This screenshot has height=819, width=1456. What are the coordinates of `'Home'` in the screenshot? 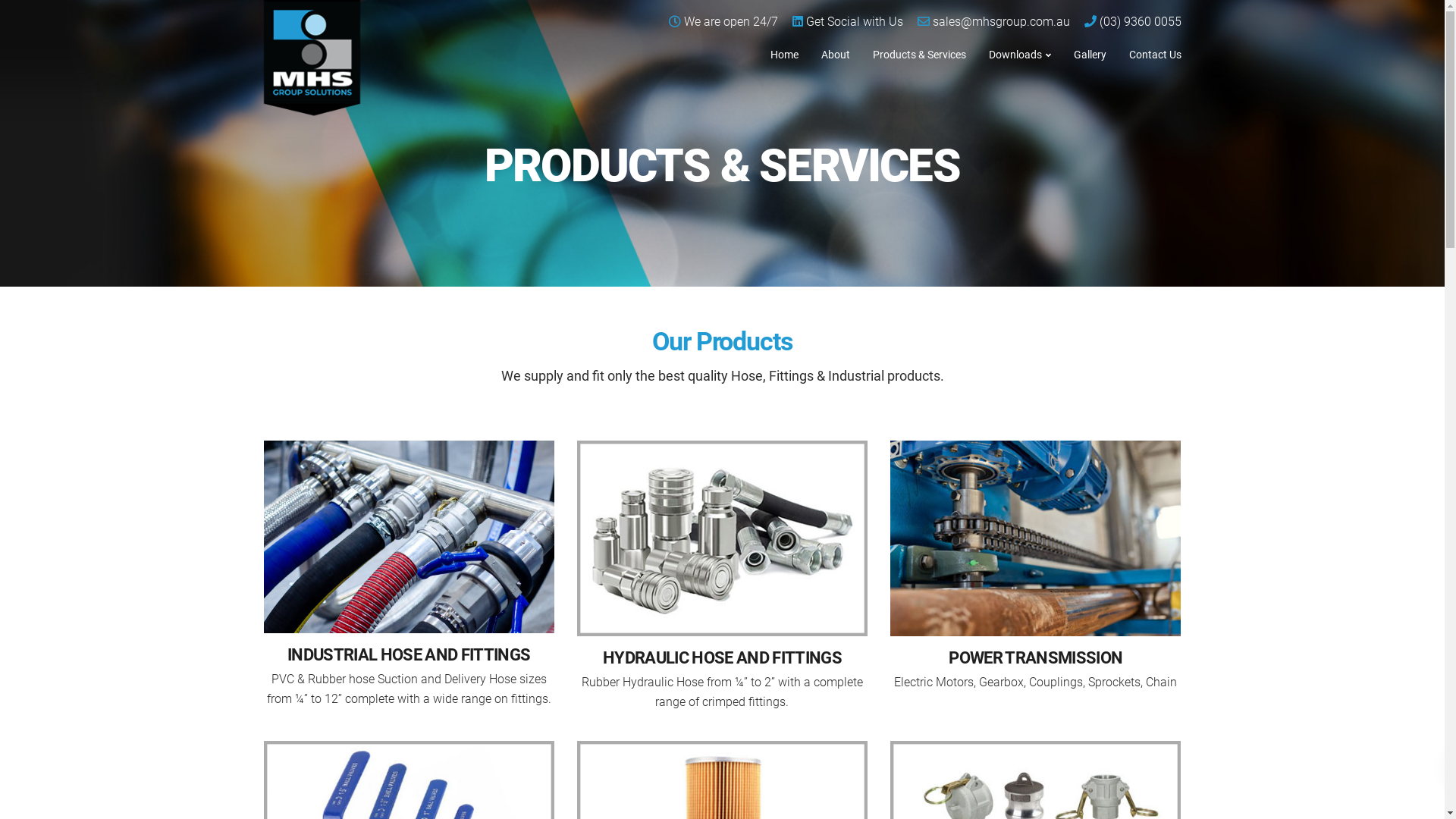 It's located at (783, 52).